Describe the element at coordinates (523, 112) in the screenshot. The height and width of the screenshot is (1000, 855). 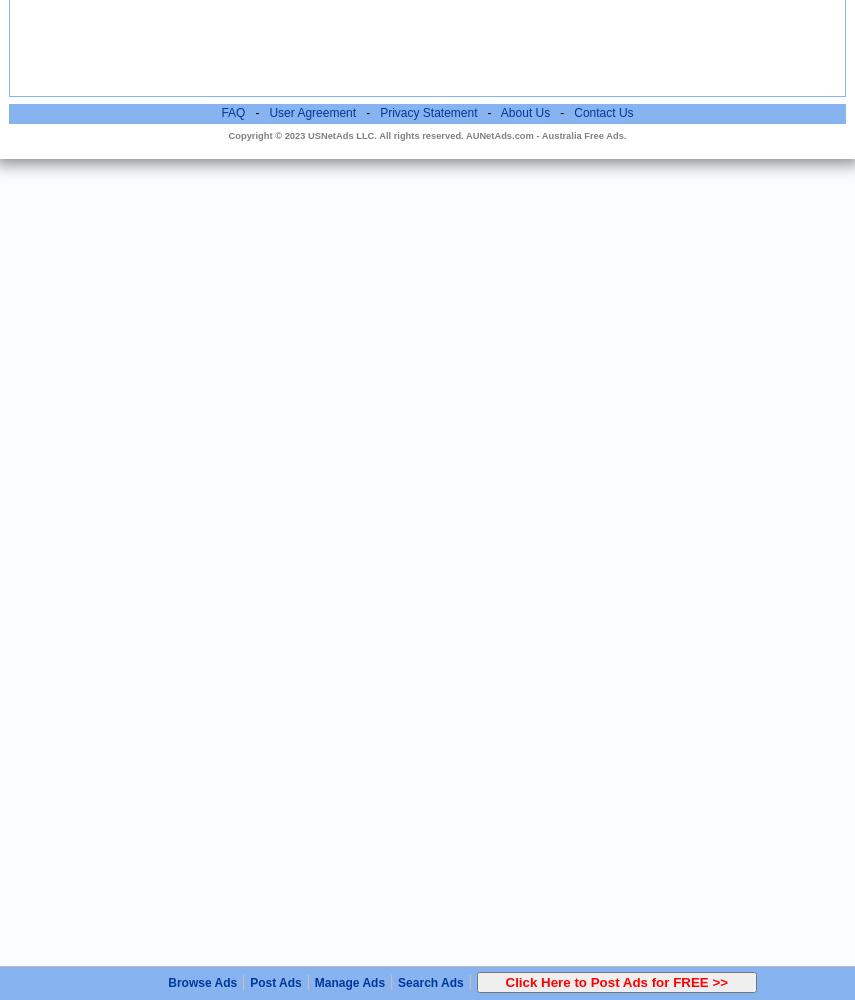
I see `'About Us'` at that location.